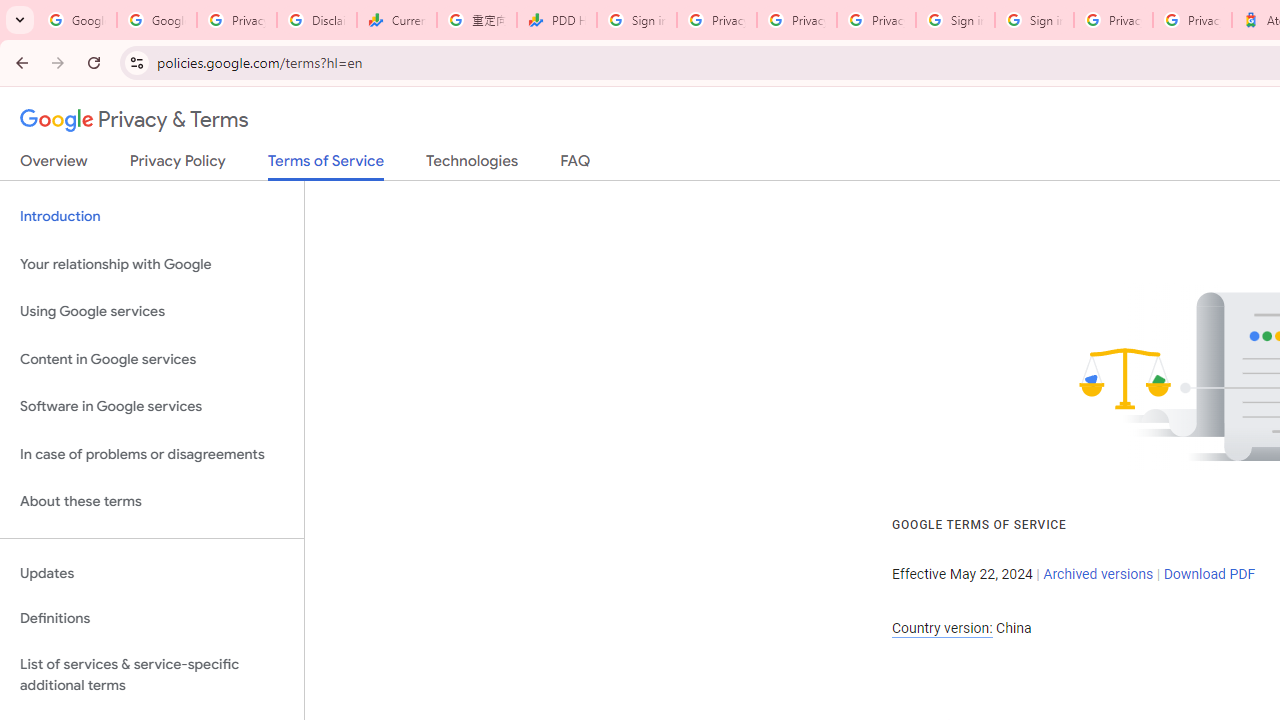  I want to click on 'Privacy & Terms', so click(134, 120).